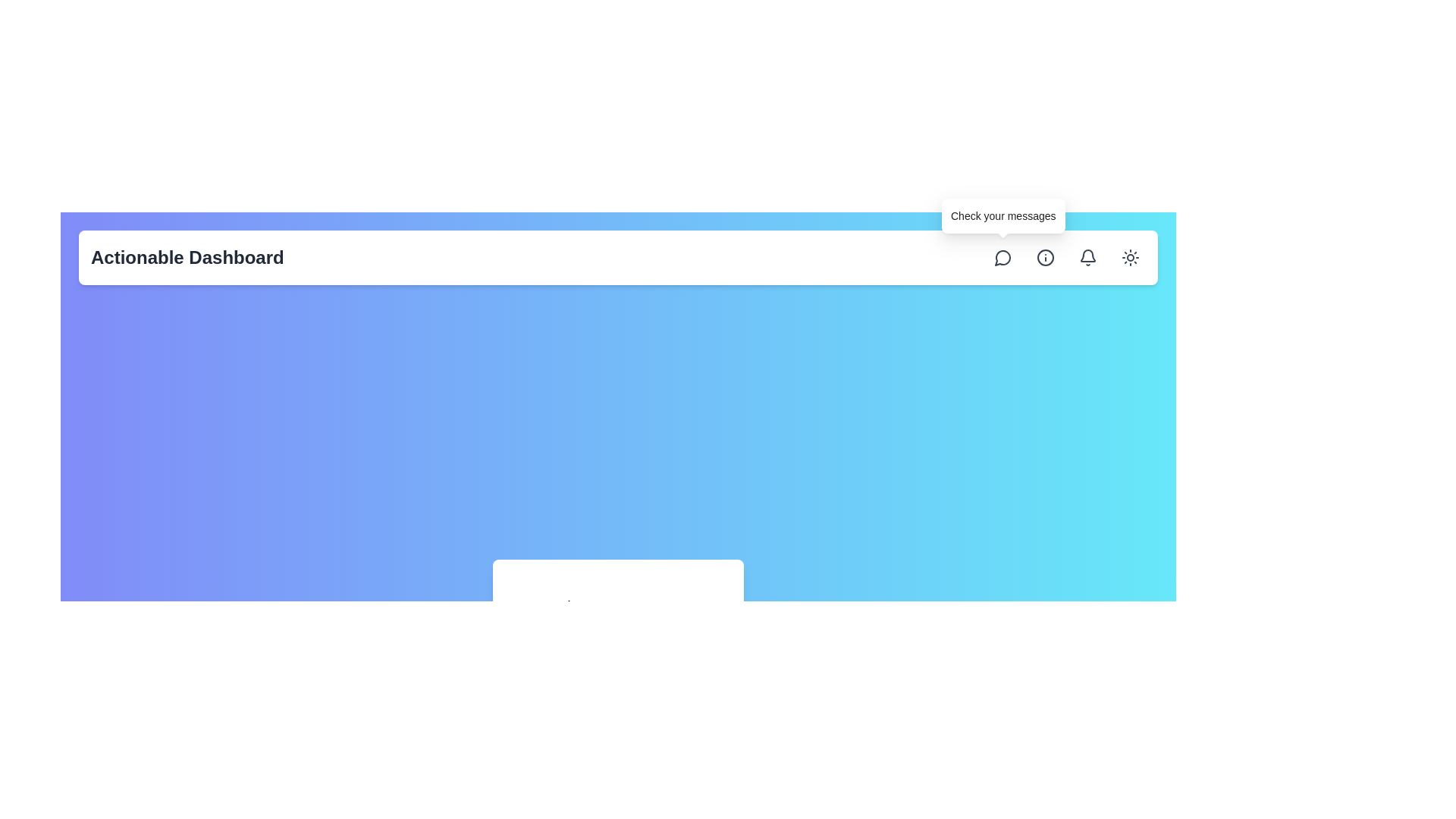 The image size is (1456, 819). I want to click on the hollow circular icon located in the top-right section of the interface within the navigation bar, so click(1044, 256).